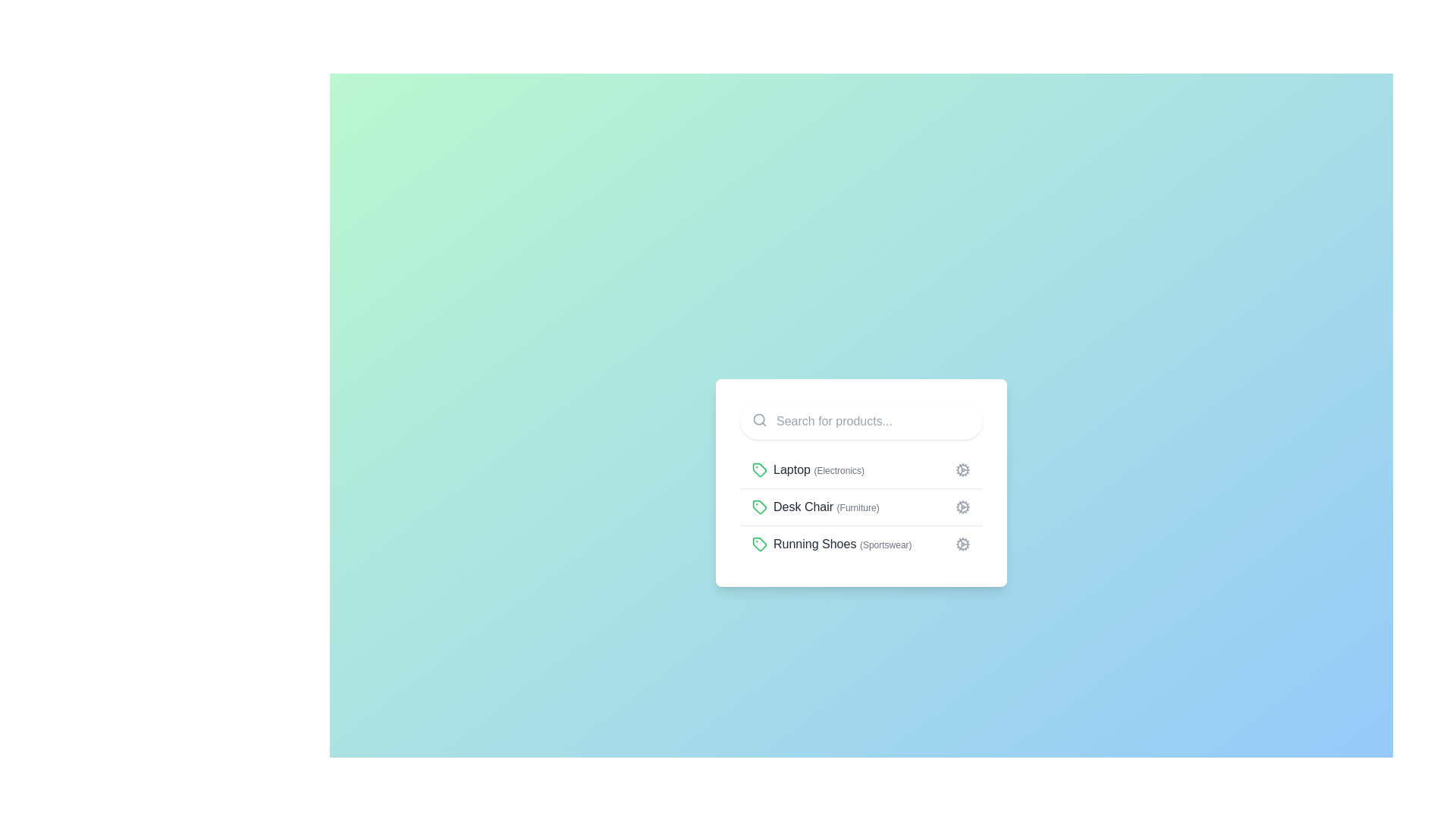 Image resolution: width=1456 pixels, height=819 pixels. What do you see at coordinates (831, 543) in the screenshot?
I see `to select the list item labeled 'Running Shoes (Sportswear)', which is the third item in a vertical list, featuring a green tag icon and bold text` at bounding box center [831, 543].